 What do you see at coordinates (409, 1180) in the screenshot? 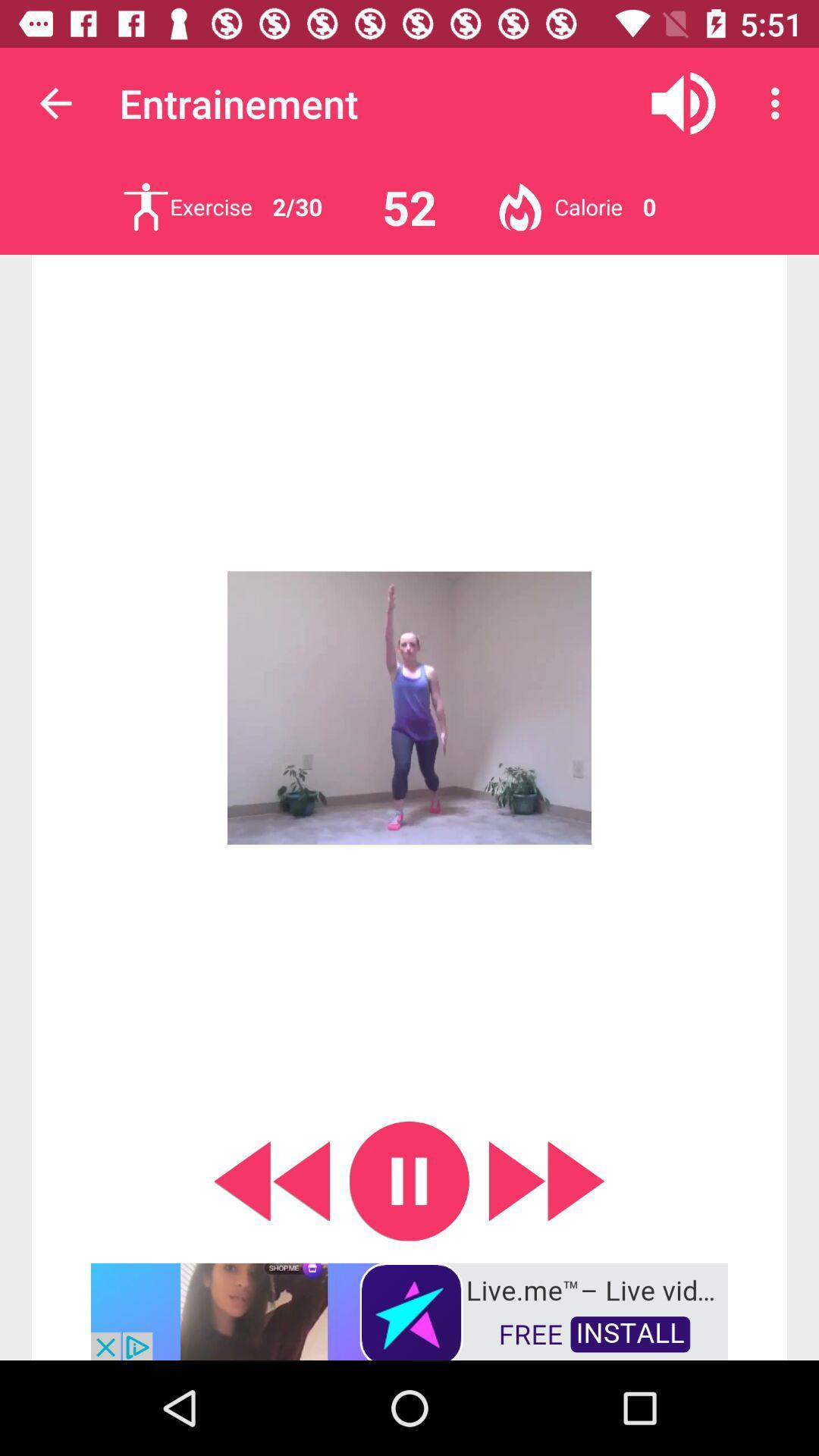
I see `video` at bounding box center [409, 1180].